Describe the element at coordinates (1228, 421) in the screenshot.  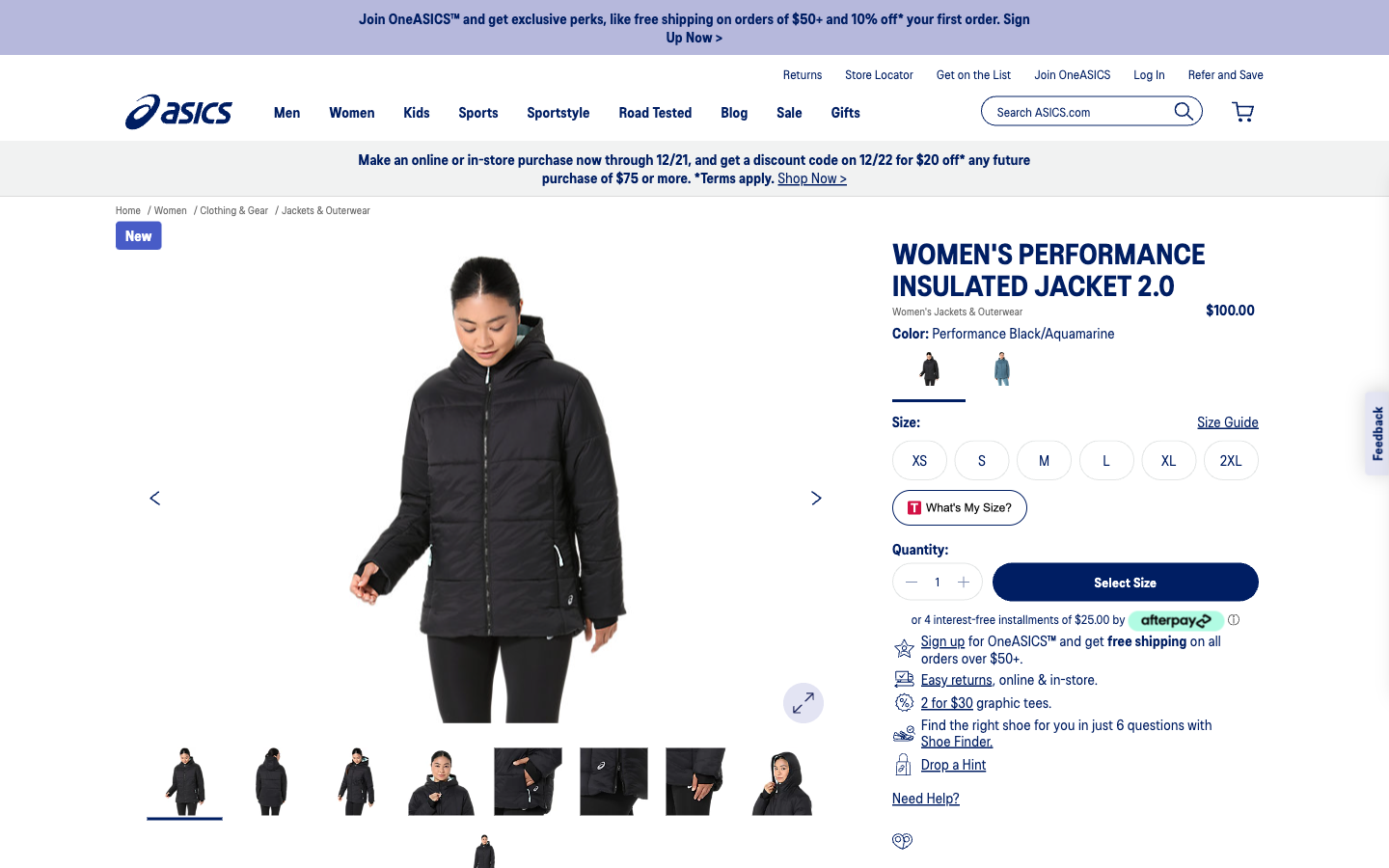
I see `figure out what size i should buy` at that location.